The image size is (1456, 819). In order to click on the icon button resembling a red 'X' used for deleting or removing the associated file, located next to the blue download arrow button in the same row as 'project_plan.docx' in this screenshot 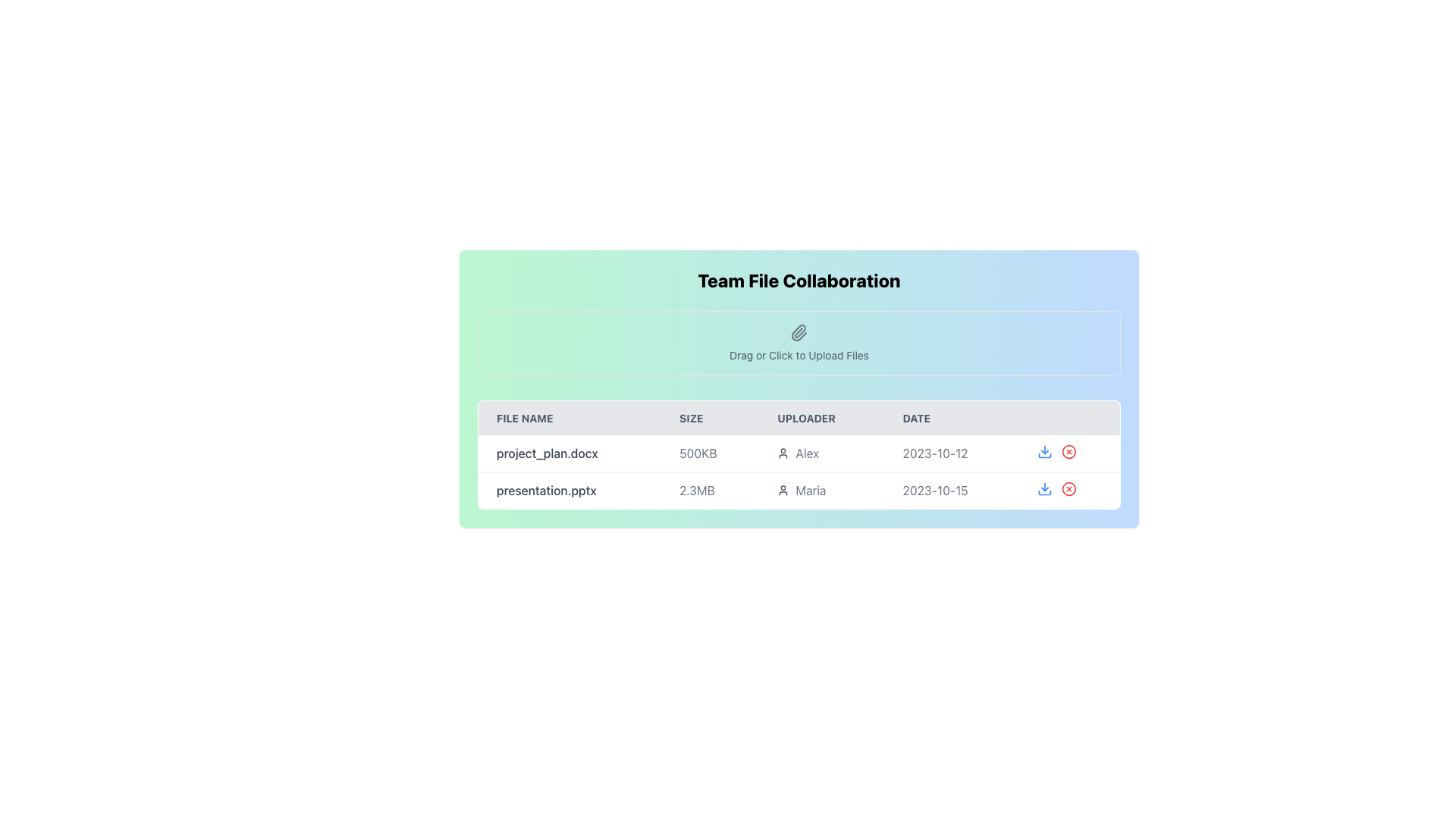, I will do `click(1068, 451)`.